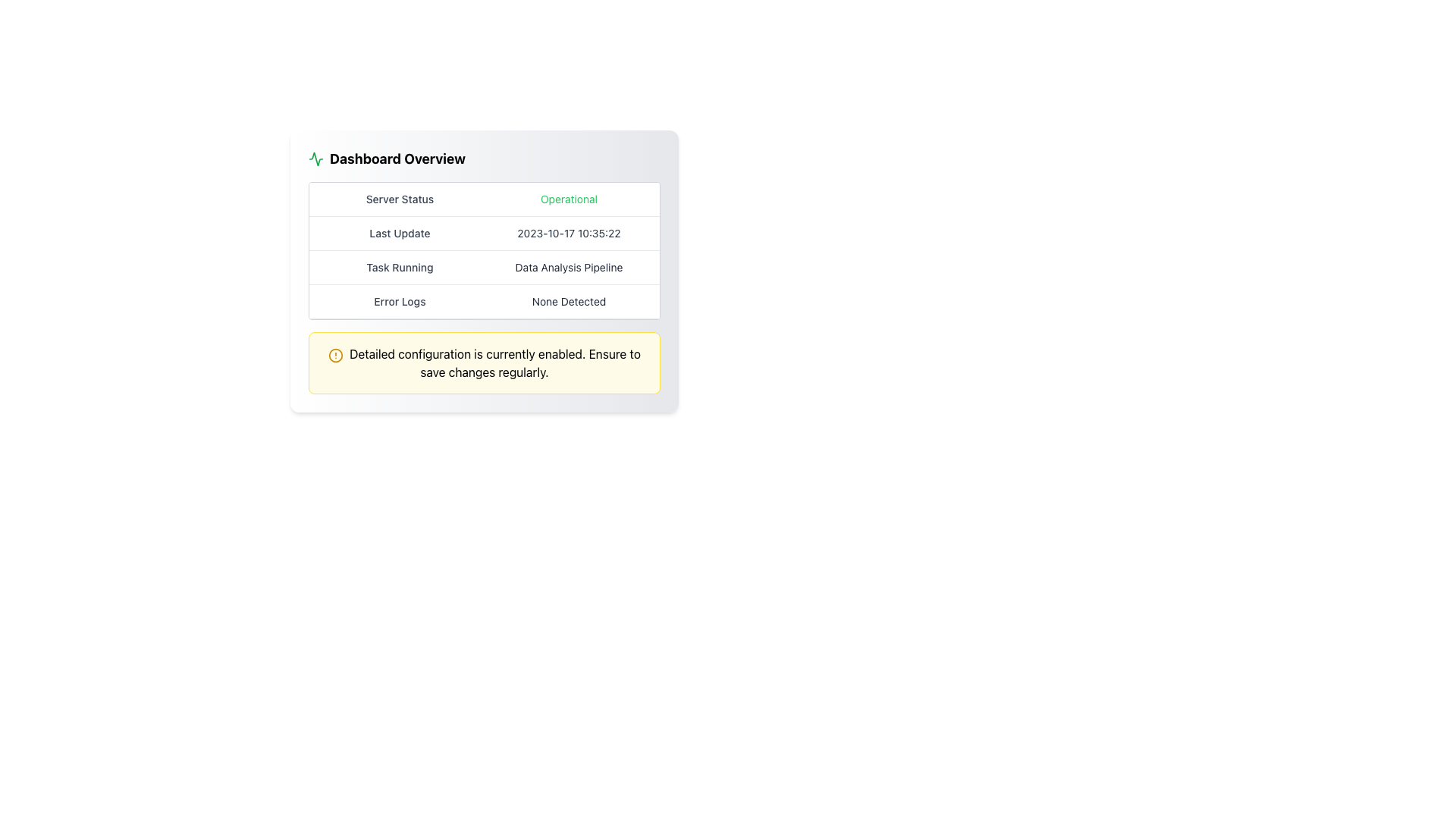 This screenshot has height=819, width=1456. I want to click on the text display element that shows 'None Detected', located in the second column of the 'Error Logs' row, fourth row of the overview section, so click(568, 301).